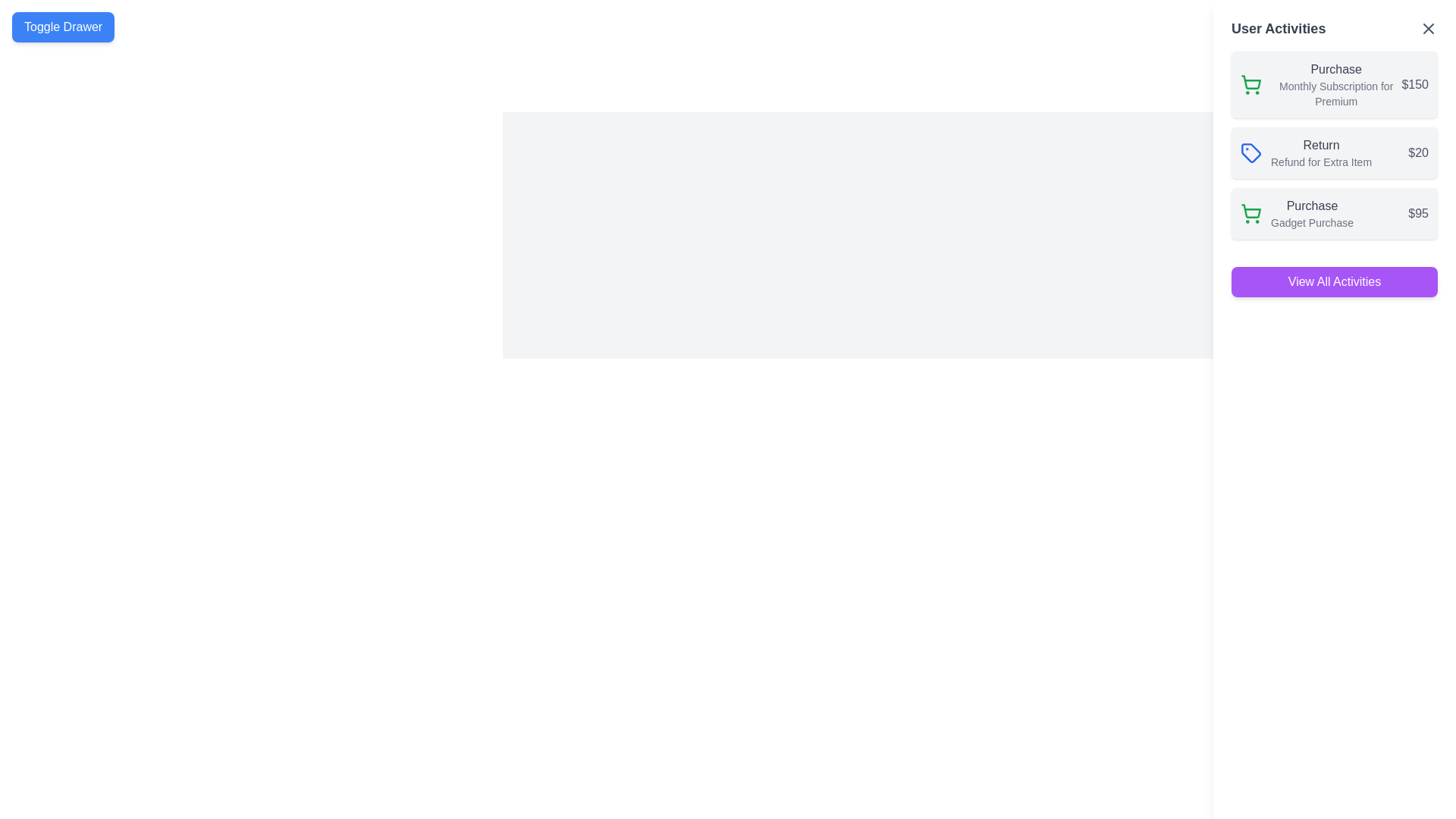  I want to click on shopping cart icon, which is green and located in the 'User Activities' panel within the first activity block titled 'Purchase', so click(1251, 211).